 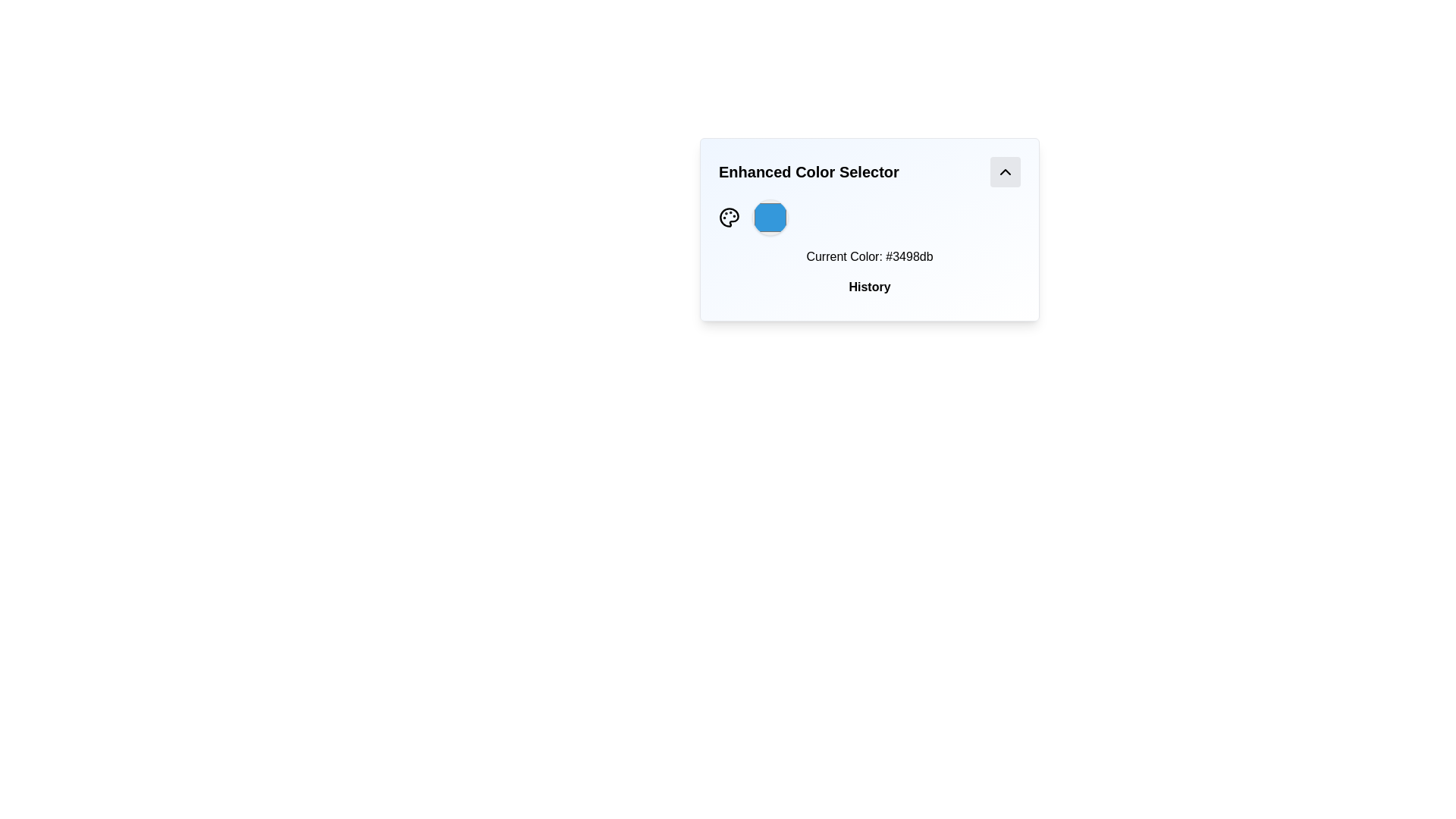 I want to click on the text label displaying the current selected color in hexadecimal format, which reads 'Current Color: #3498db', so click(x=870, y=256).